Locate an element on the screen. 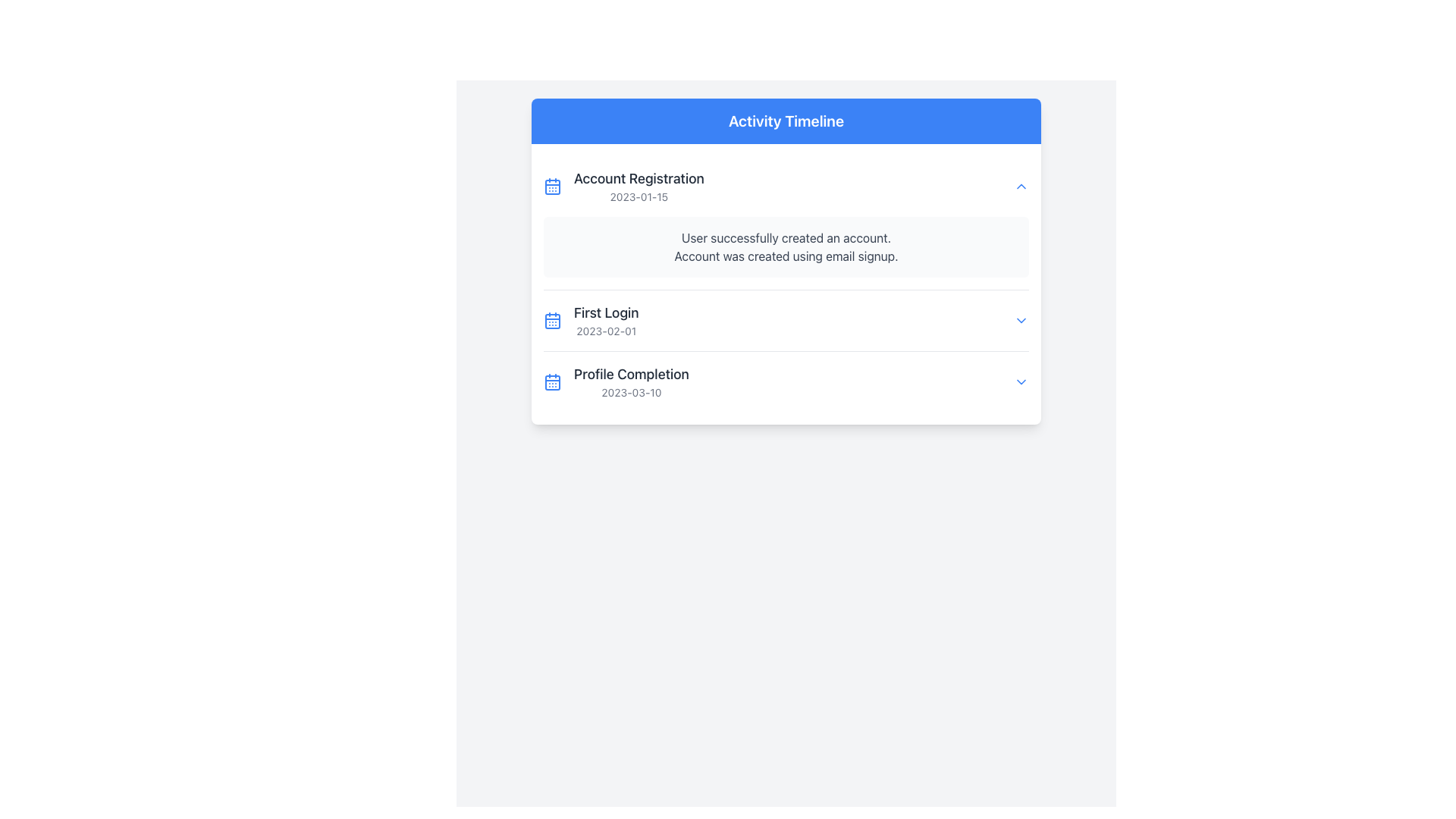 The image size is (1456, 819). the second timeline entry which represents the 'First Login' activity in the user's activity timeline is located at coordinates (590, 320).